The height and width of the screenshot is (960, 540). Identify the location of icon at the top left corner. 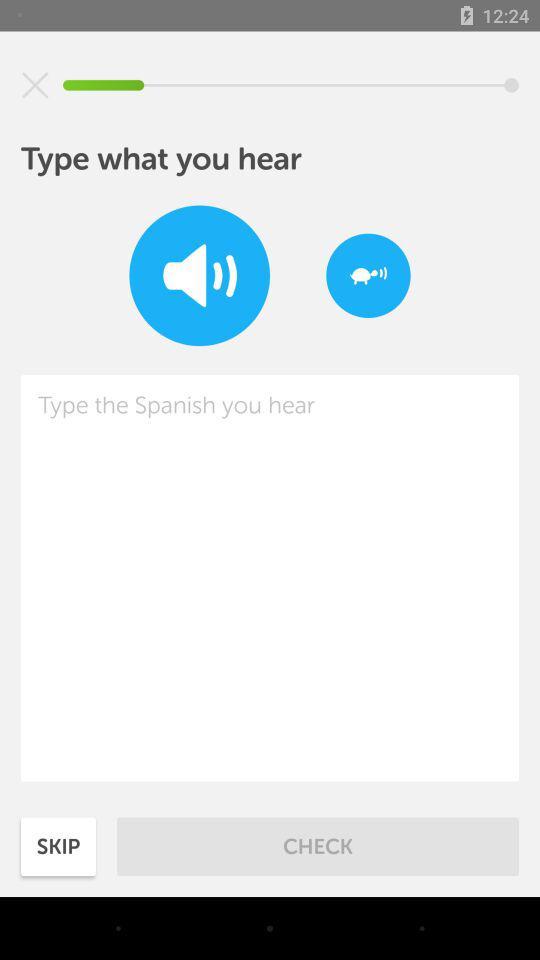
(35, 85).